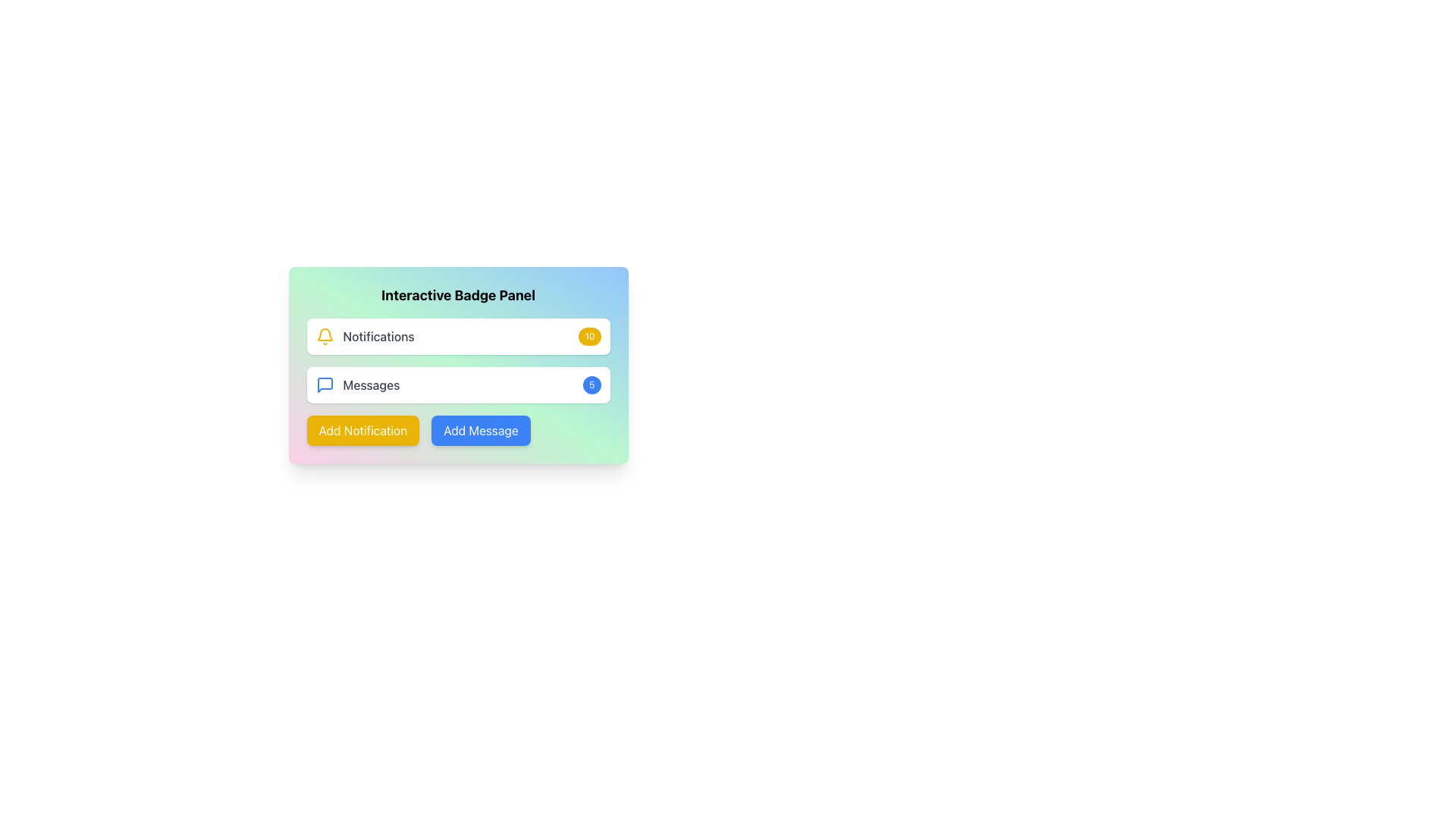 The height and width of the screenshot is (819, 1456). I want to click on the blue outlined message bubble icon located to the left of the 'Messages' label, so click(324, 384).